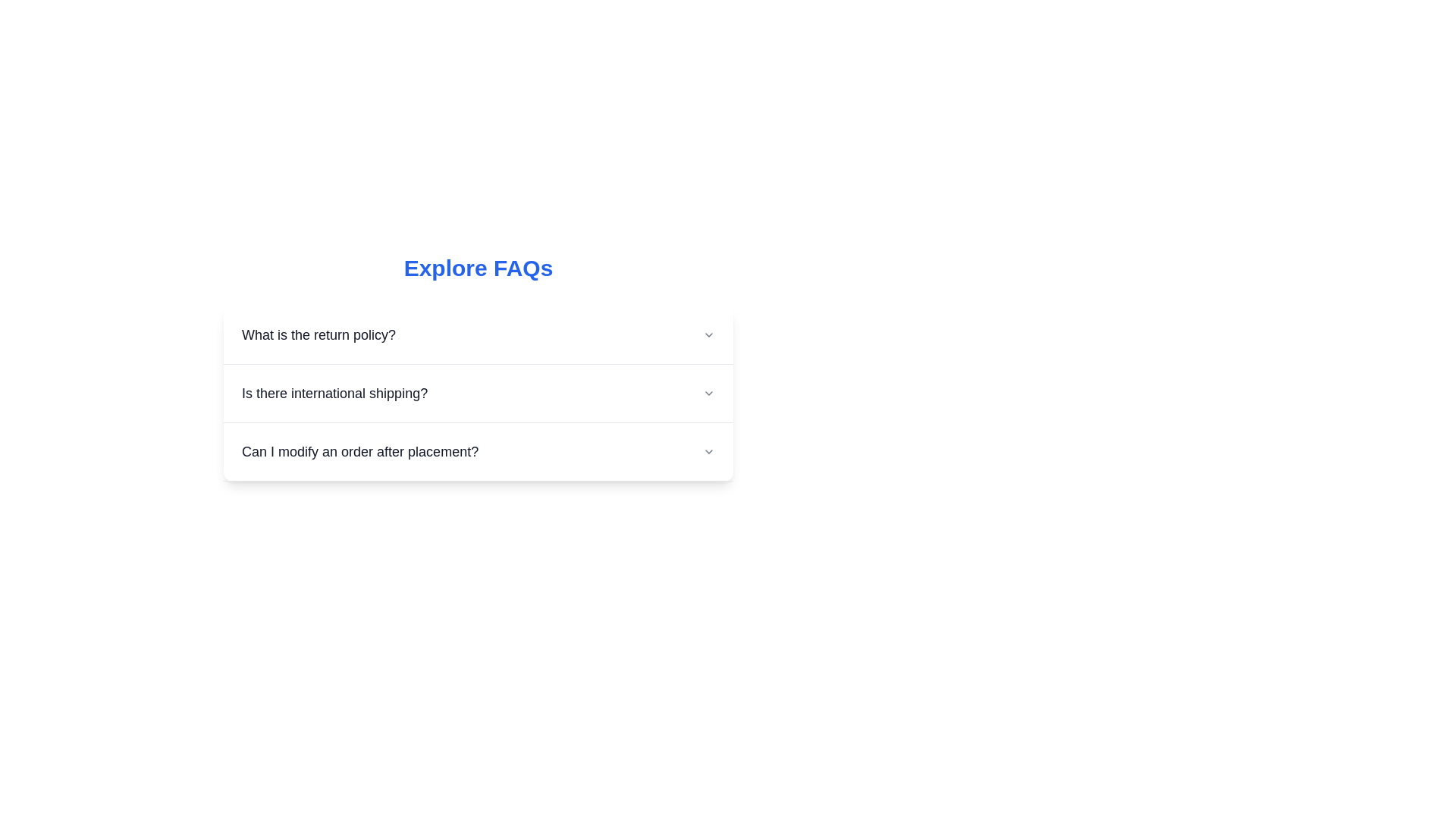 Image resolution: width=1456 pixels, height=819 pixels. I want to click on the icon located at the right side of the 'What is the return policy?' section, so click(708, 334).